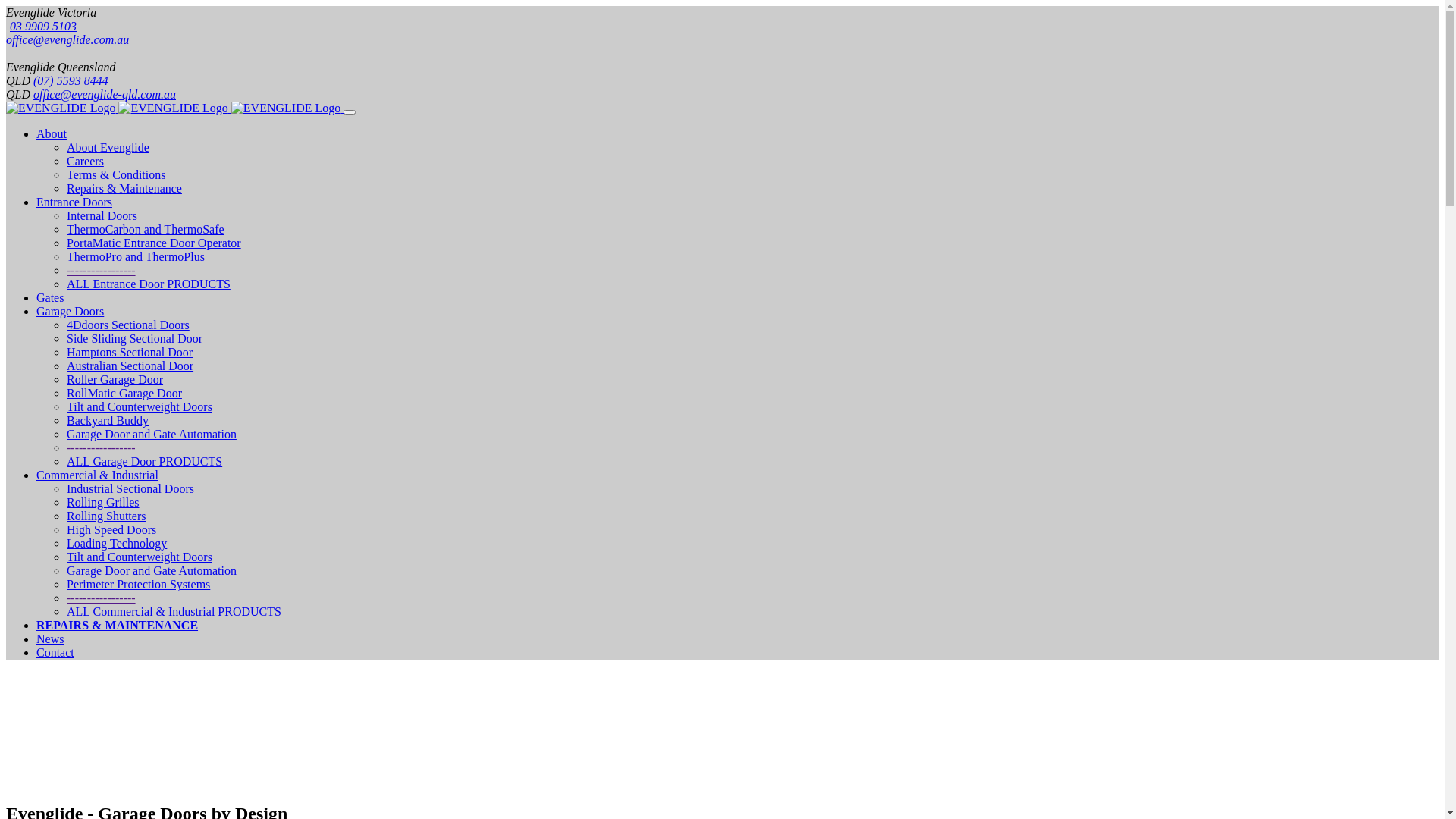 This screenshot has height=819, width=1456. I want to click on 'Careers', so click(84, 161).